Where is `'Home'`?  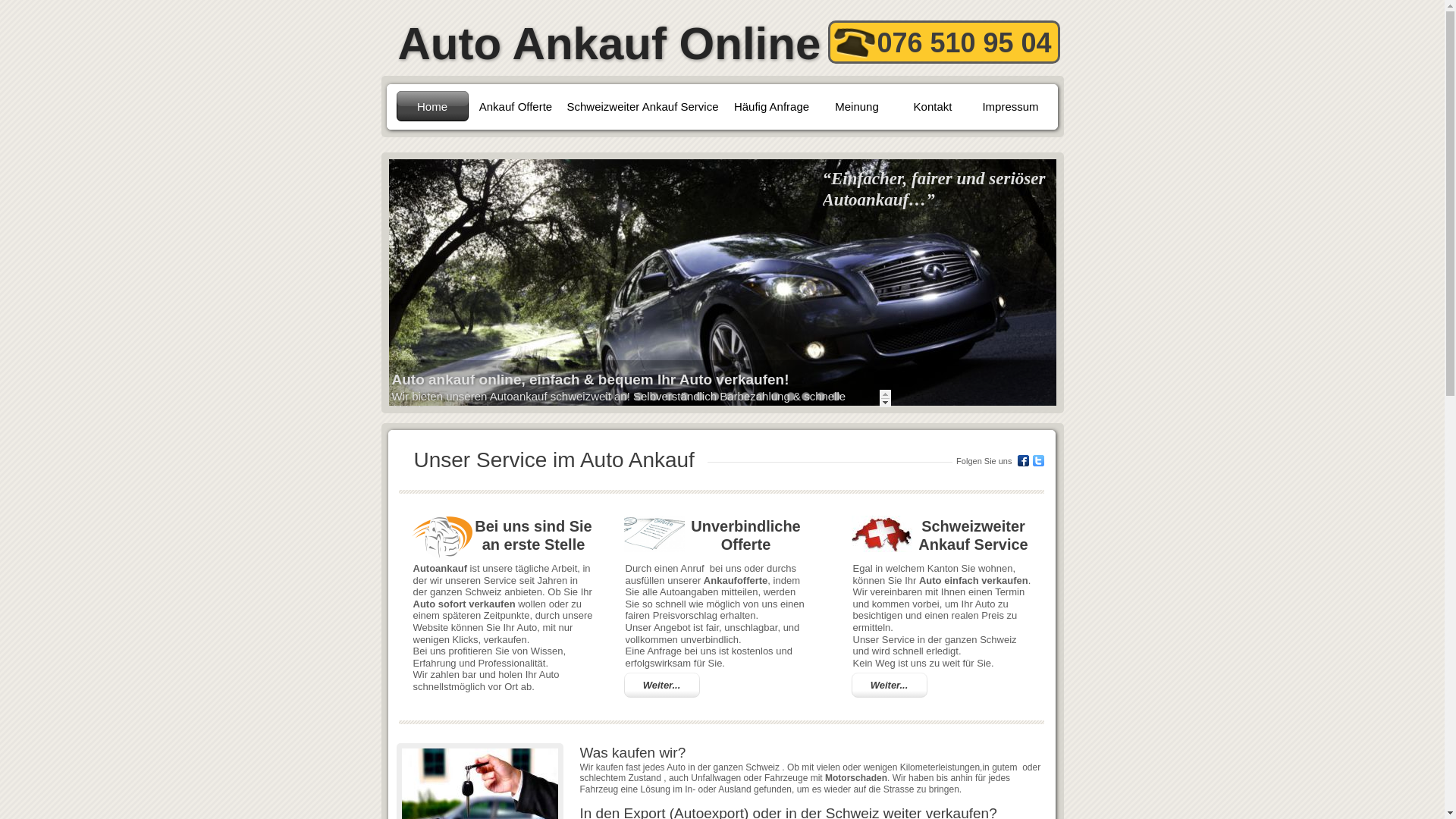 'Home' is located at coordinates (431, 105).